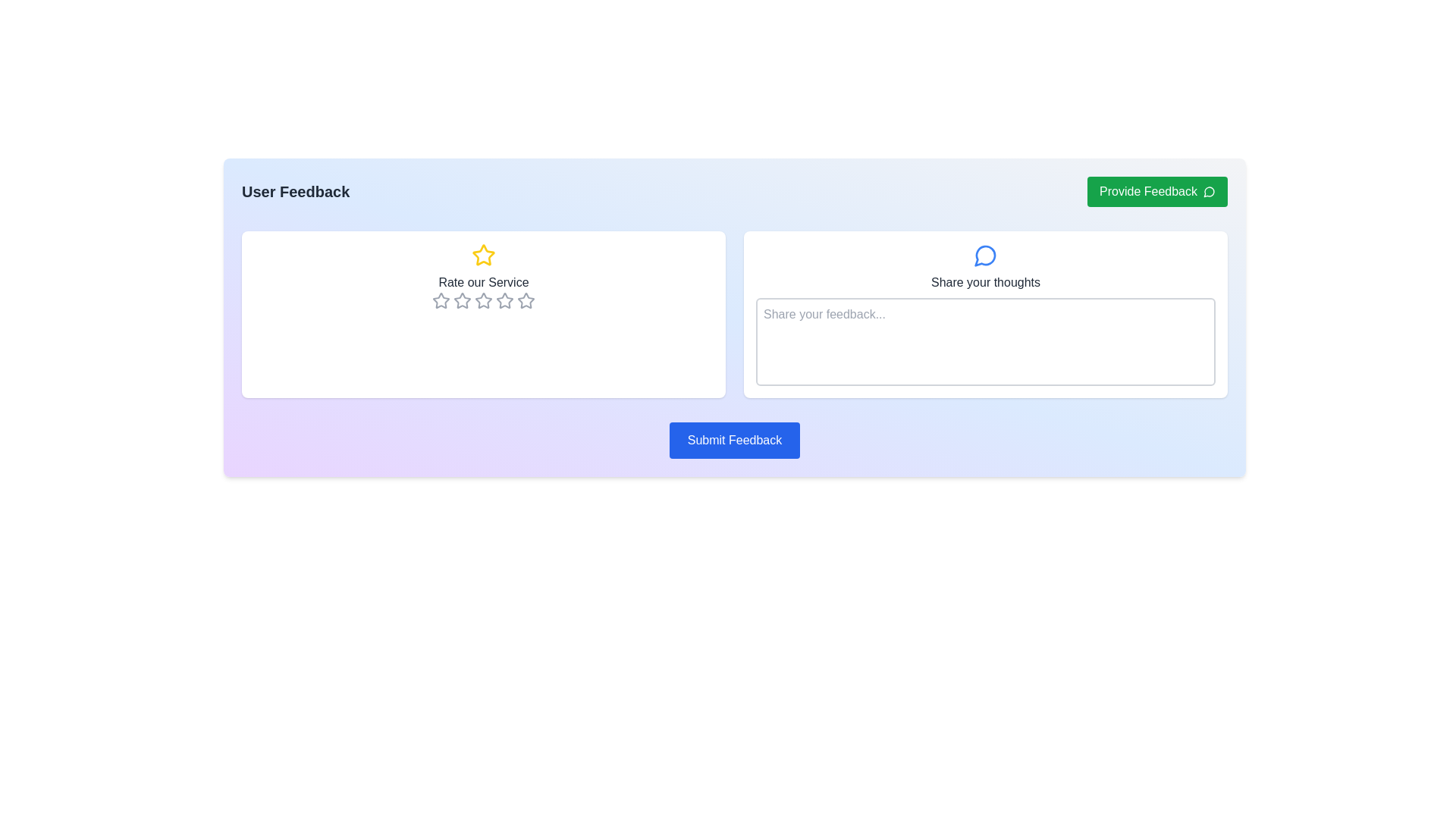  I want to click on the 'Submit Feedback' button, which is a centrally located button with white text on a blue background that changes to a darker blue when hovered, so click(735, 441).